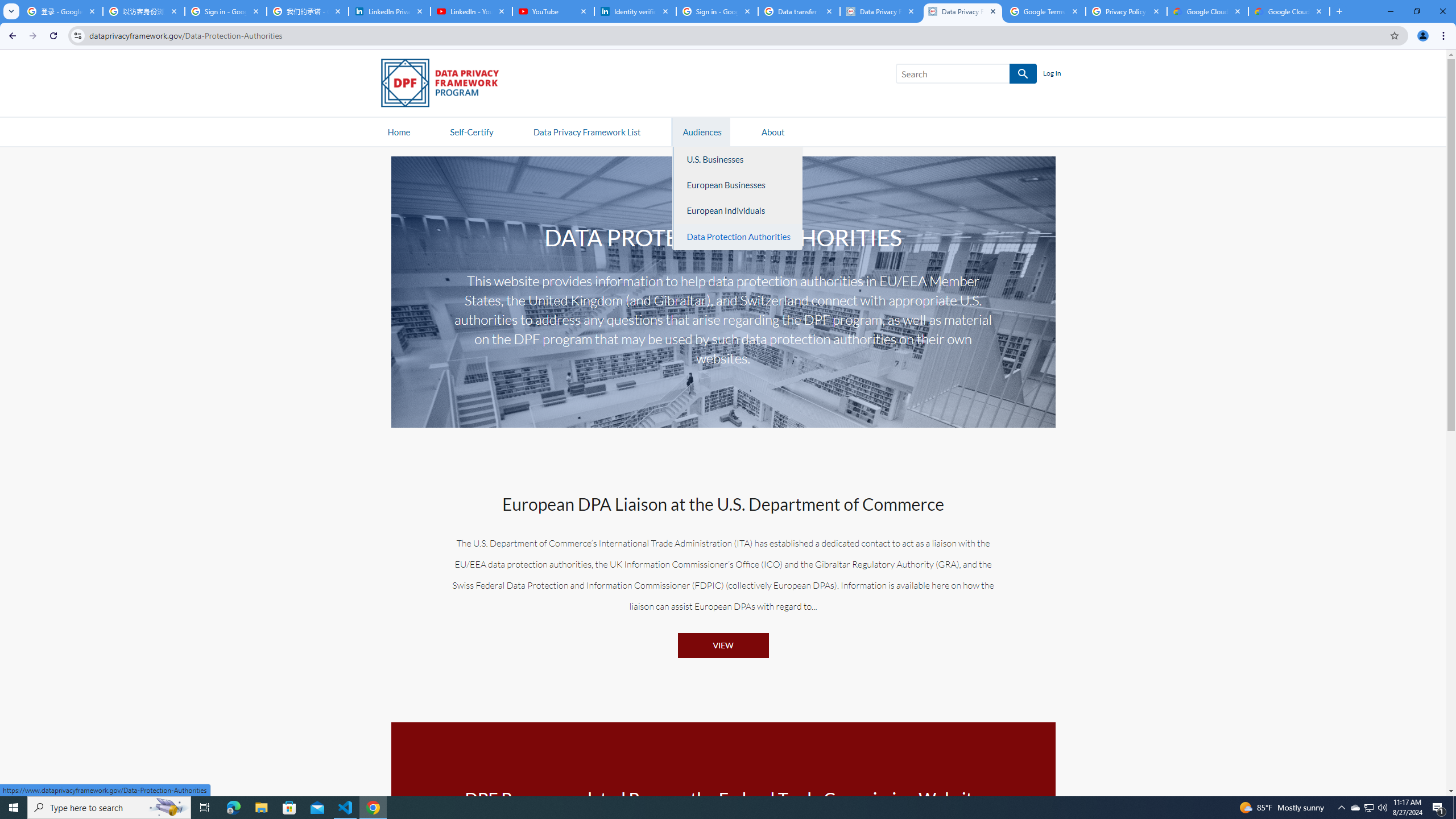  Describe the element at coordinates (739, 211) in the screenshot. I see `'European Individuals'` at that location.